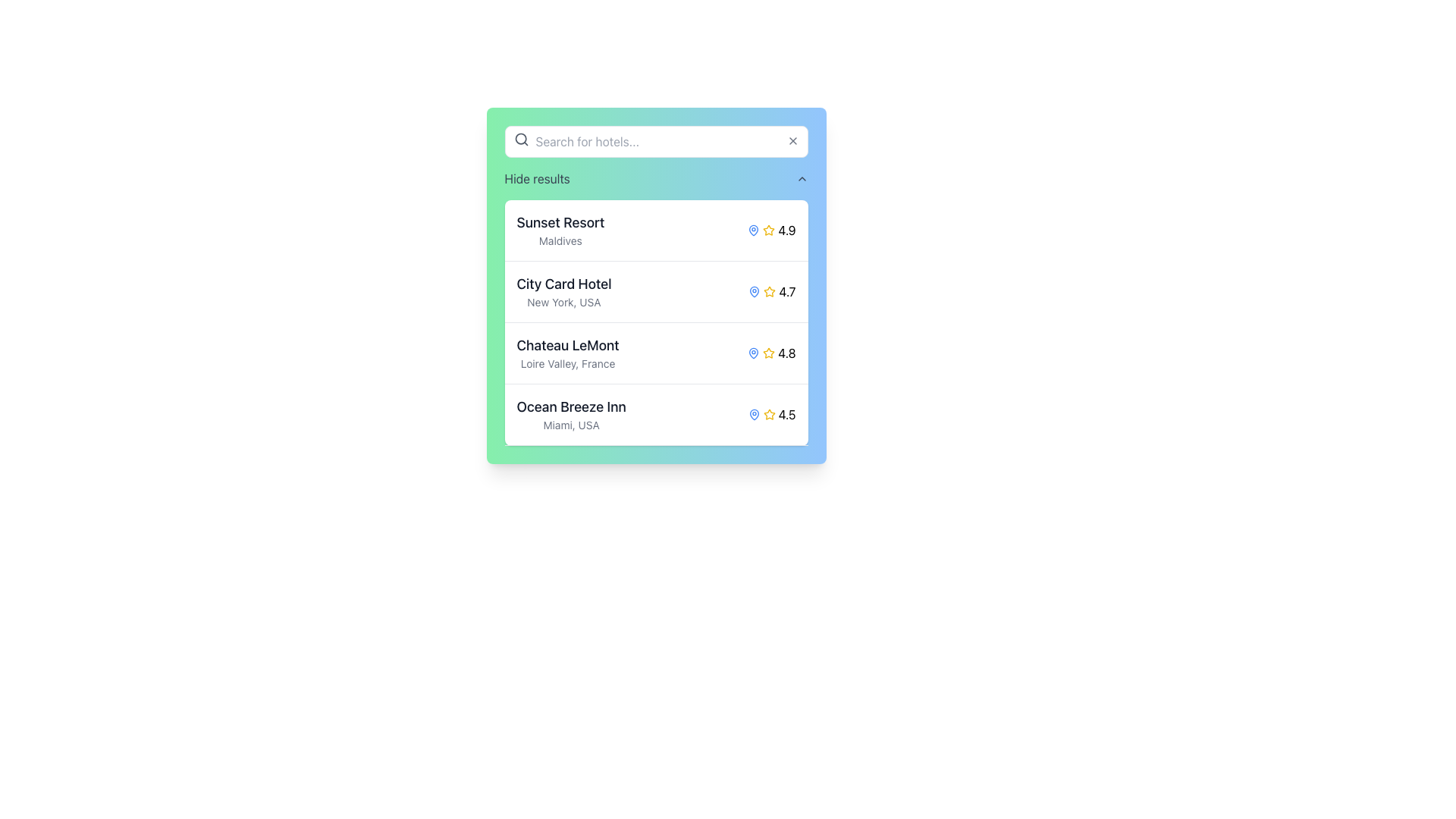 The width and height of the screenshot is (1456, 819). I want to click on details of the list item representing 'Ocean Breeze Inn', which includes its name, location, and rating, so click(656, 415).